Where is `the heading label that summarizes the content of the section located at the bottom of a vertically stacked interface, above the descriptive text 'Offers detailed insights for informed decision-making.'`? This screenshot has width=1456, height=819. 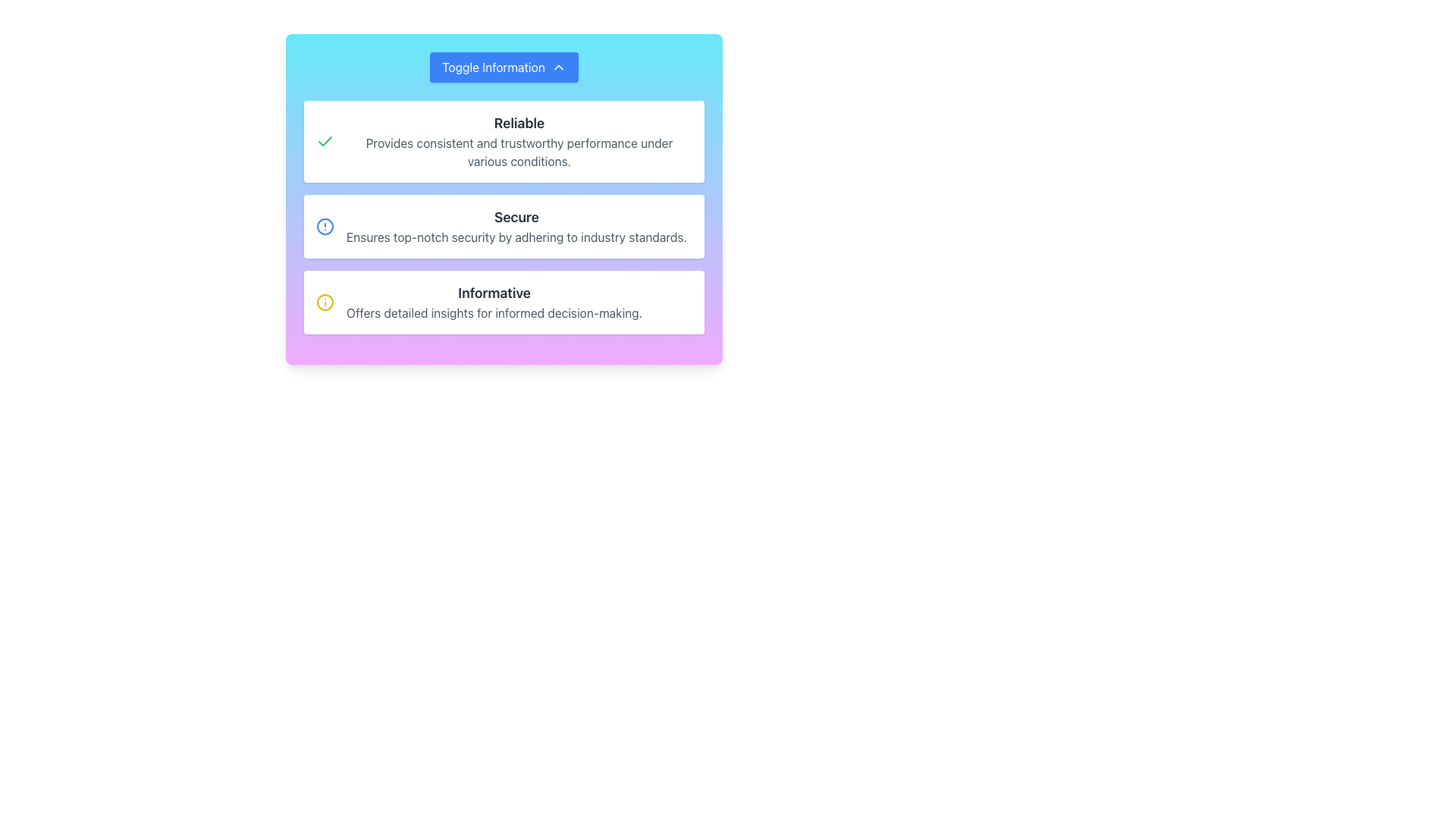
the heading label that summarizes the content of the section located at the bottom of a vertically stacked interface, above the descriptive text 'Offers detailed insights for informed decision-making.' is located at coordinates (494, 293).